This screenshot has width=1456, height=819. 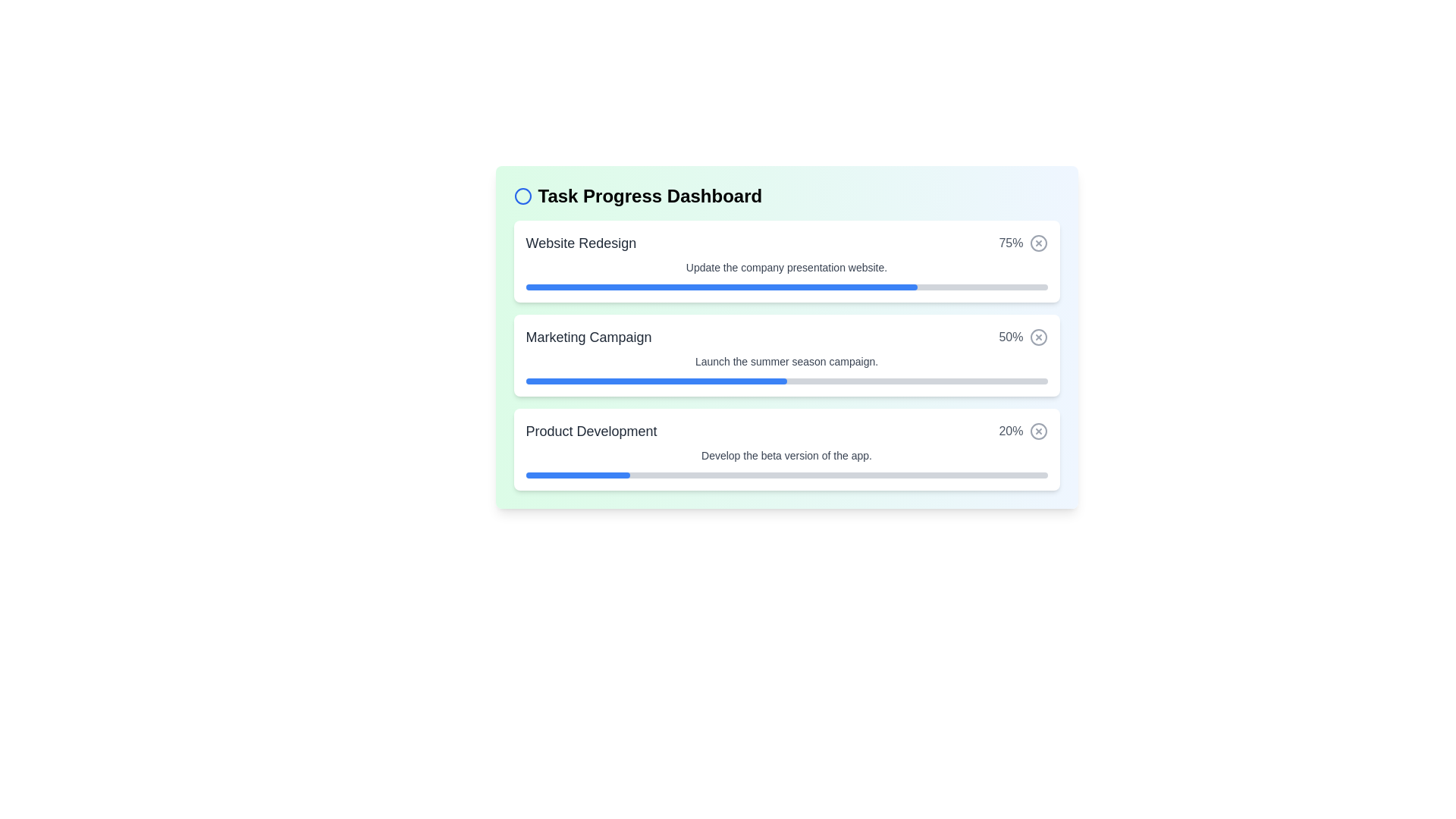 What do you see at coordinates (1037, 242) in the screenshot?
I see `the small circular SVG element located on the far right of the first task card in the progress dashboard` at bounding box center [1037, 242].